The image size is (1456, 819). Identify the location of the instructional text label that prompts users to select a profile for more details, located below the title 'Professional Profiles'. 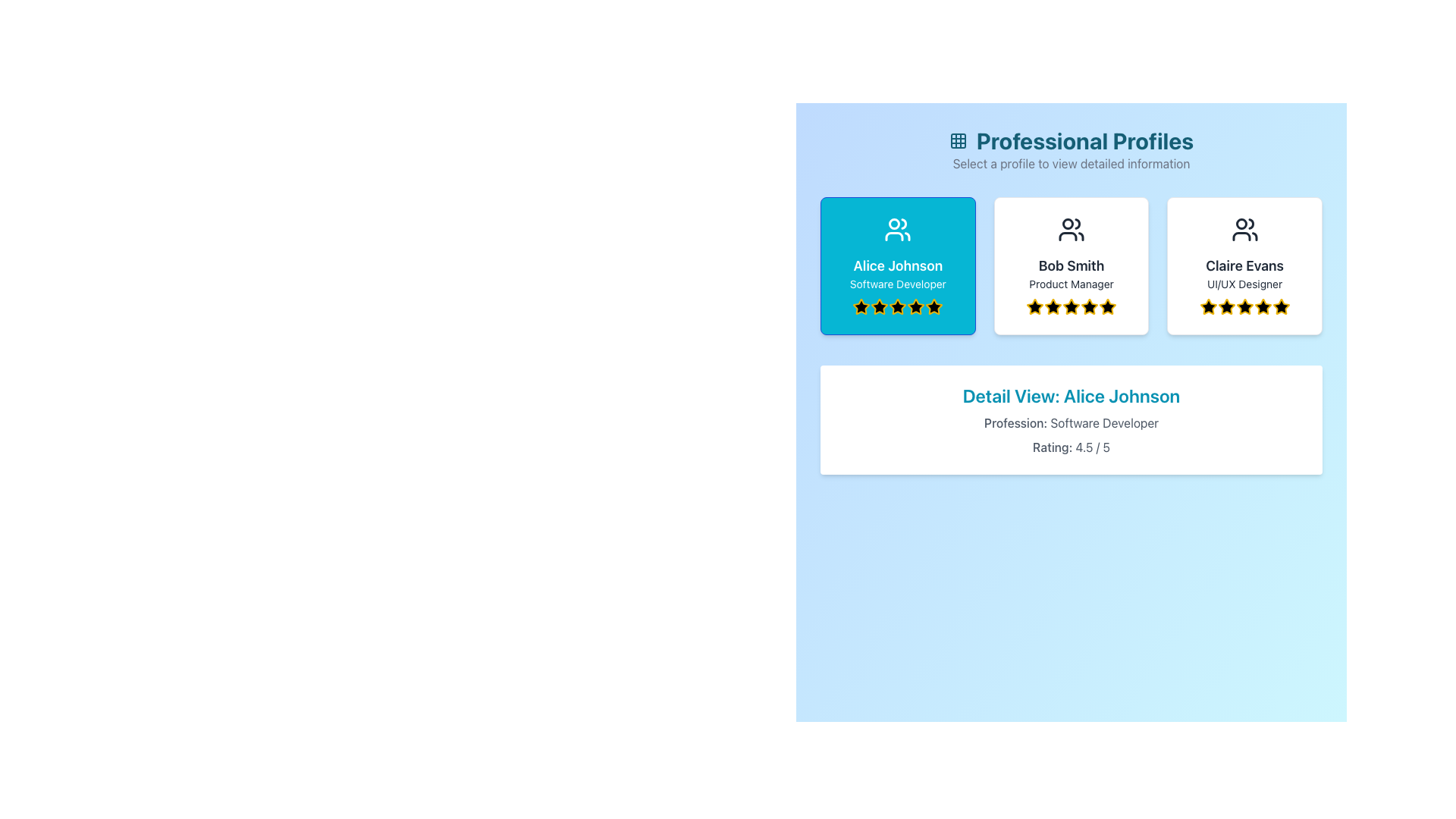
(1070, 164).